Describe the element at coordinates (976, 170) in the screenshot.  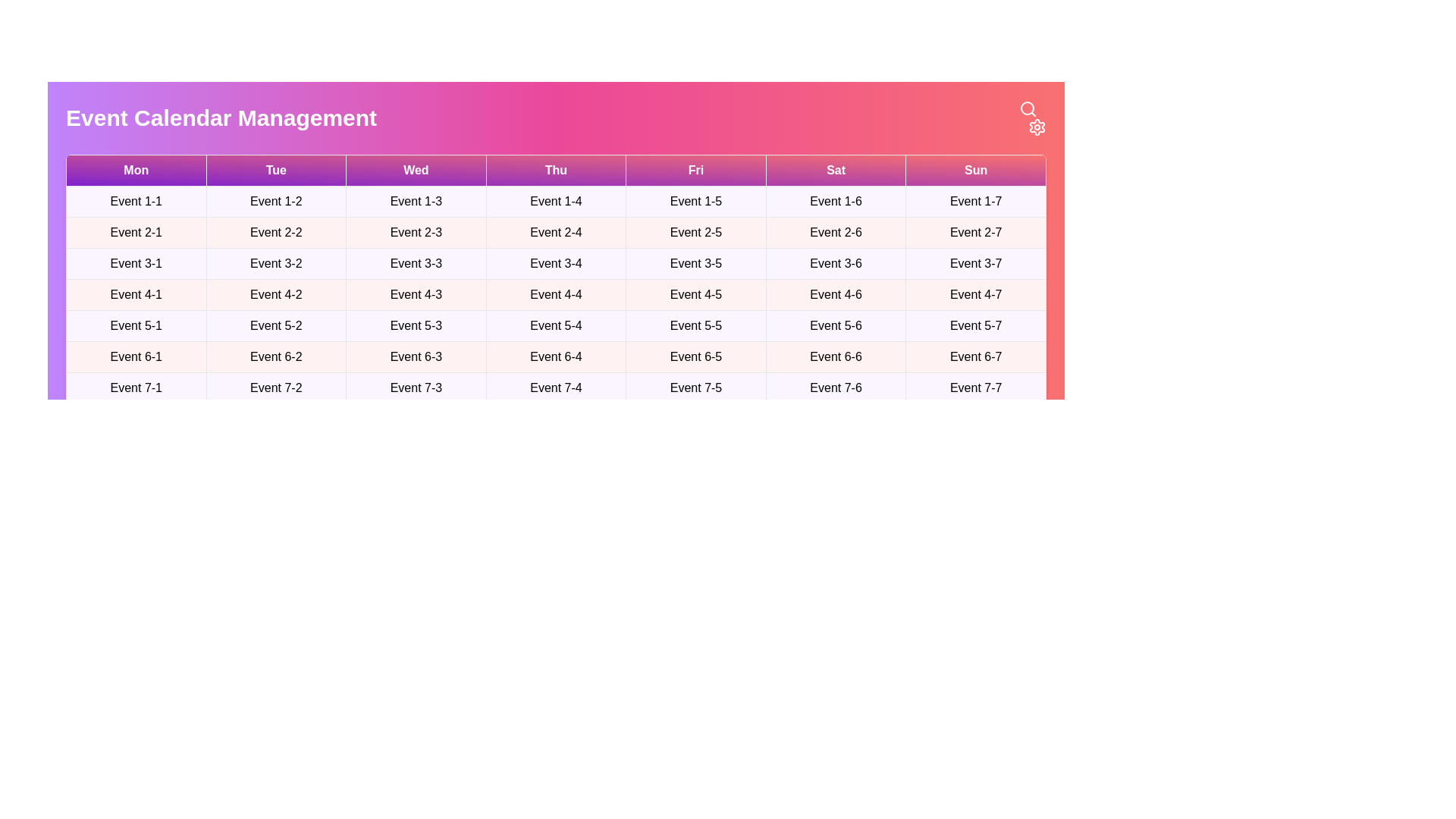
I see `the table header corresponding to Sun` at that location.